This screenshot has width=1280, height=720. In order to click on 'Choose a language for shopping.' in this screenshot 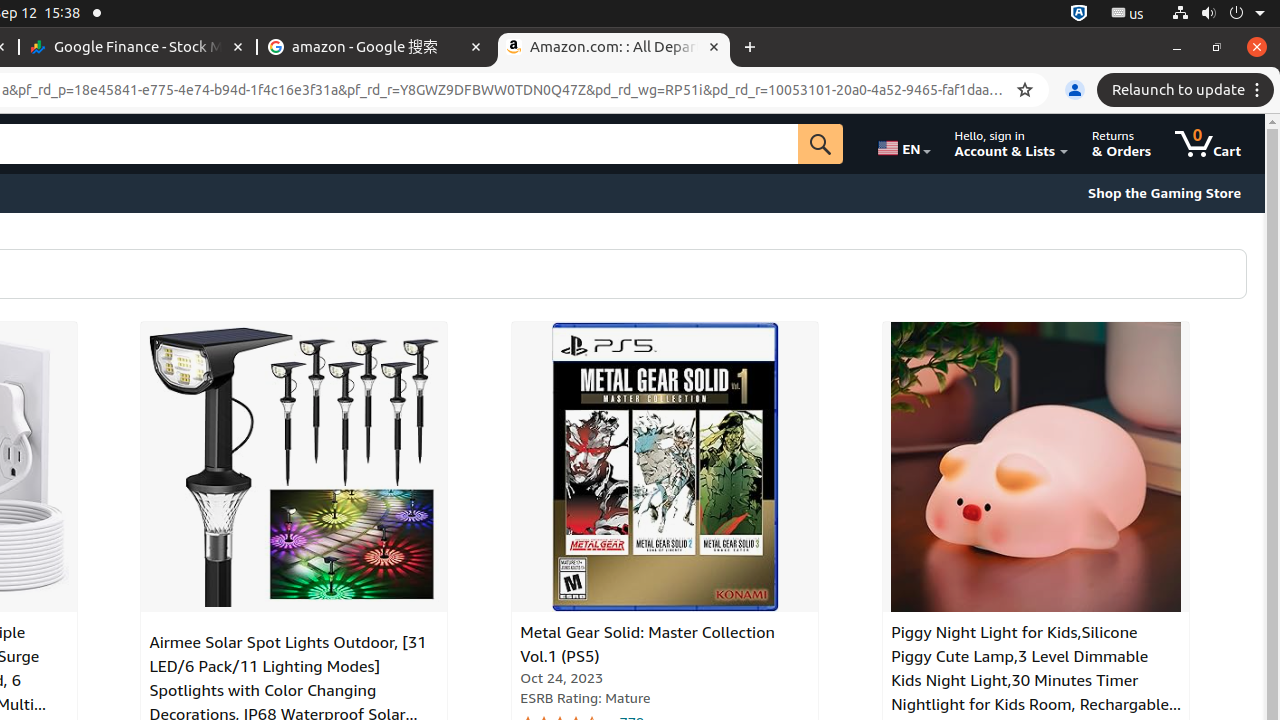, I will do `click(902, 143)`.